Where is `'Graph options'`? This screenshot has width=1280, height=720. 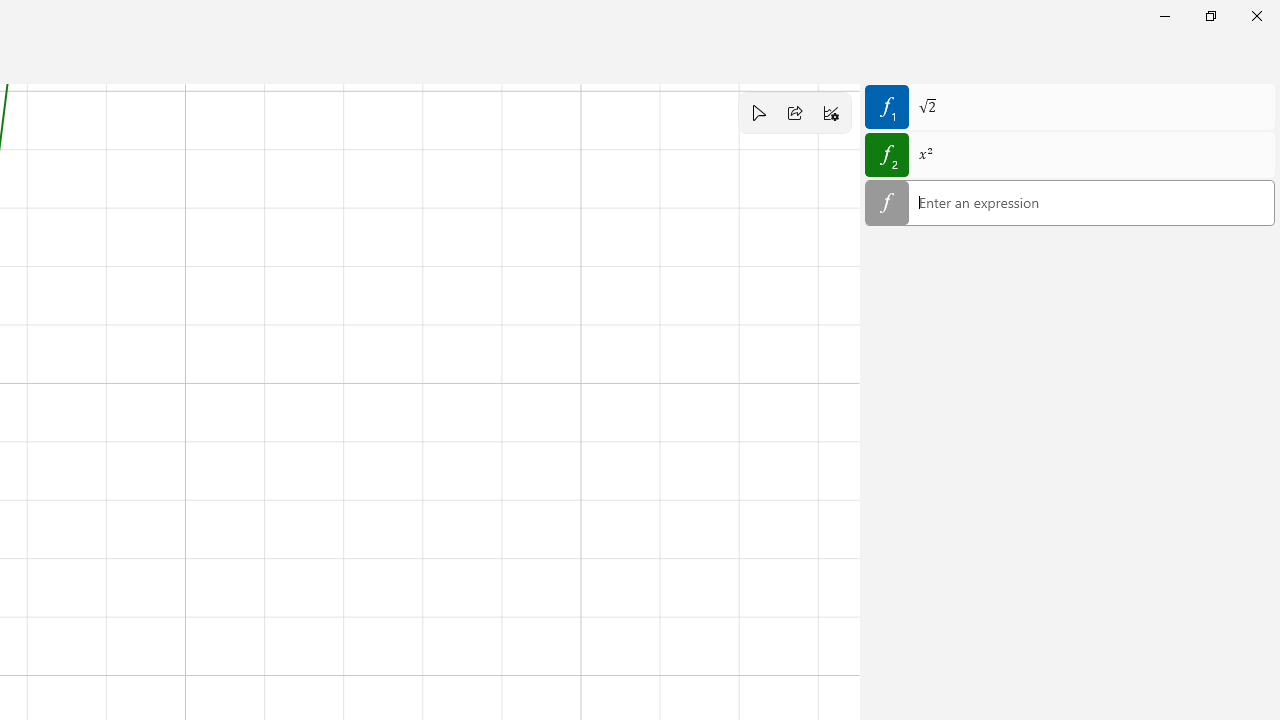
'Graph options' is located at coordinates (831, 113).